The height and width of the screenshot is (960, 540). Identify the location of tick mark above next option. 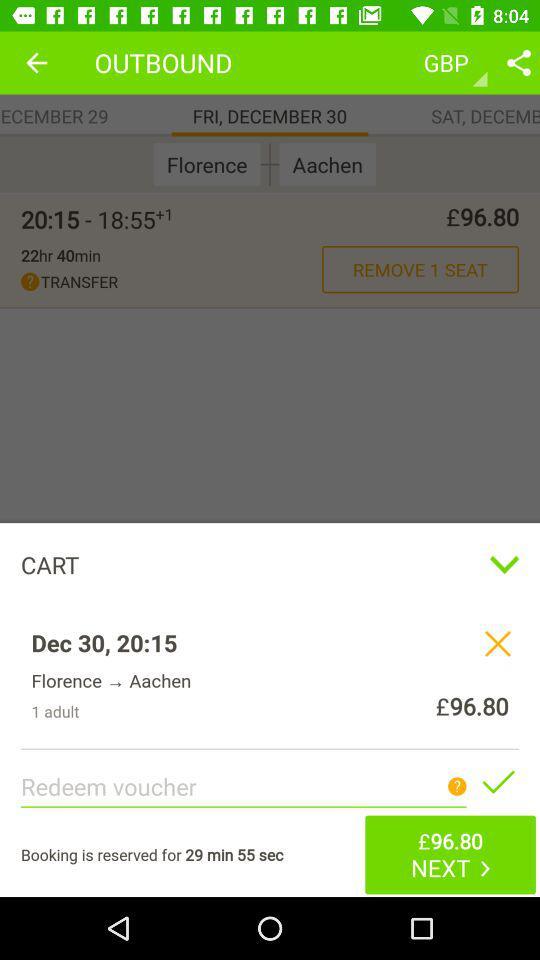
(496, 782).